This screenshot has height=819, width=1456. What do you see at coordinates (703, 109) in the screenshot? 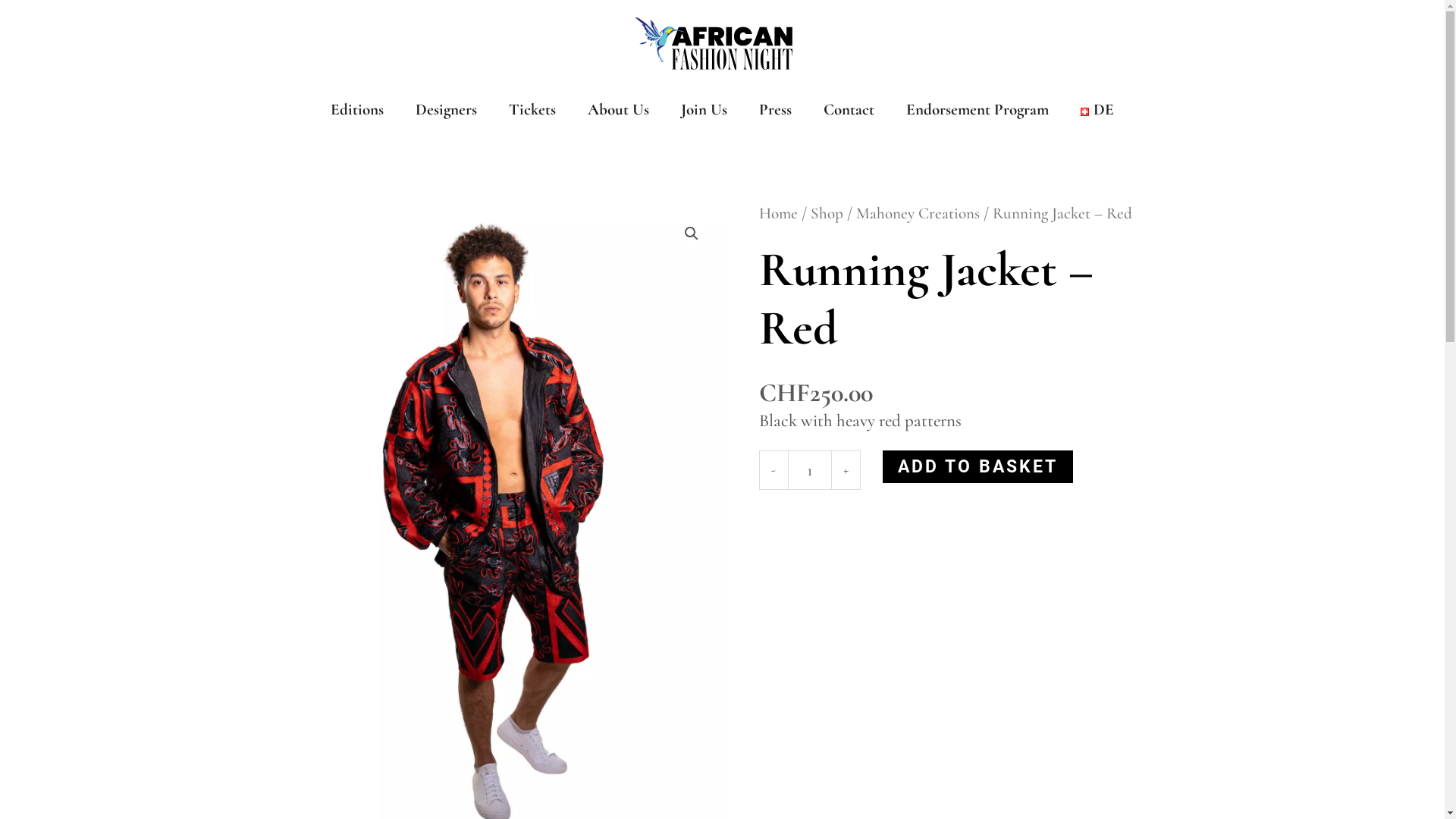
I see `'Join Us'` at bounding box center [703, 109].